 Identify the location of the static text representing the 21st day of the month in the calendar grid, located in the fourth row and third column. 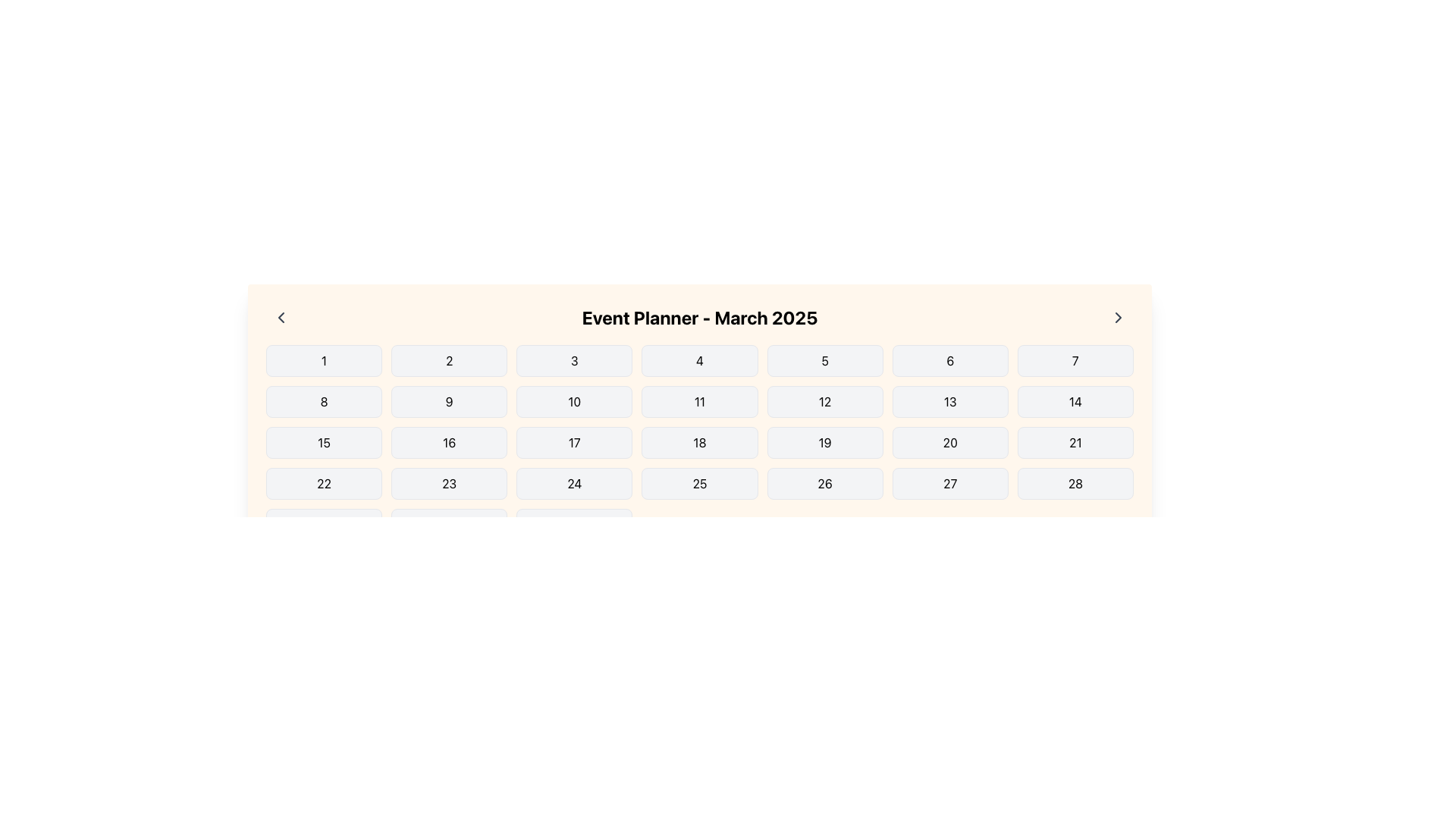
(1075, 442).